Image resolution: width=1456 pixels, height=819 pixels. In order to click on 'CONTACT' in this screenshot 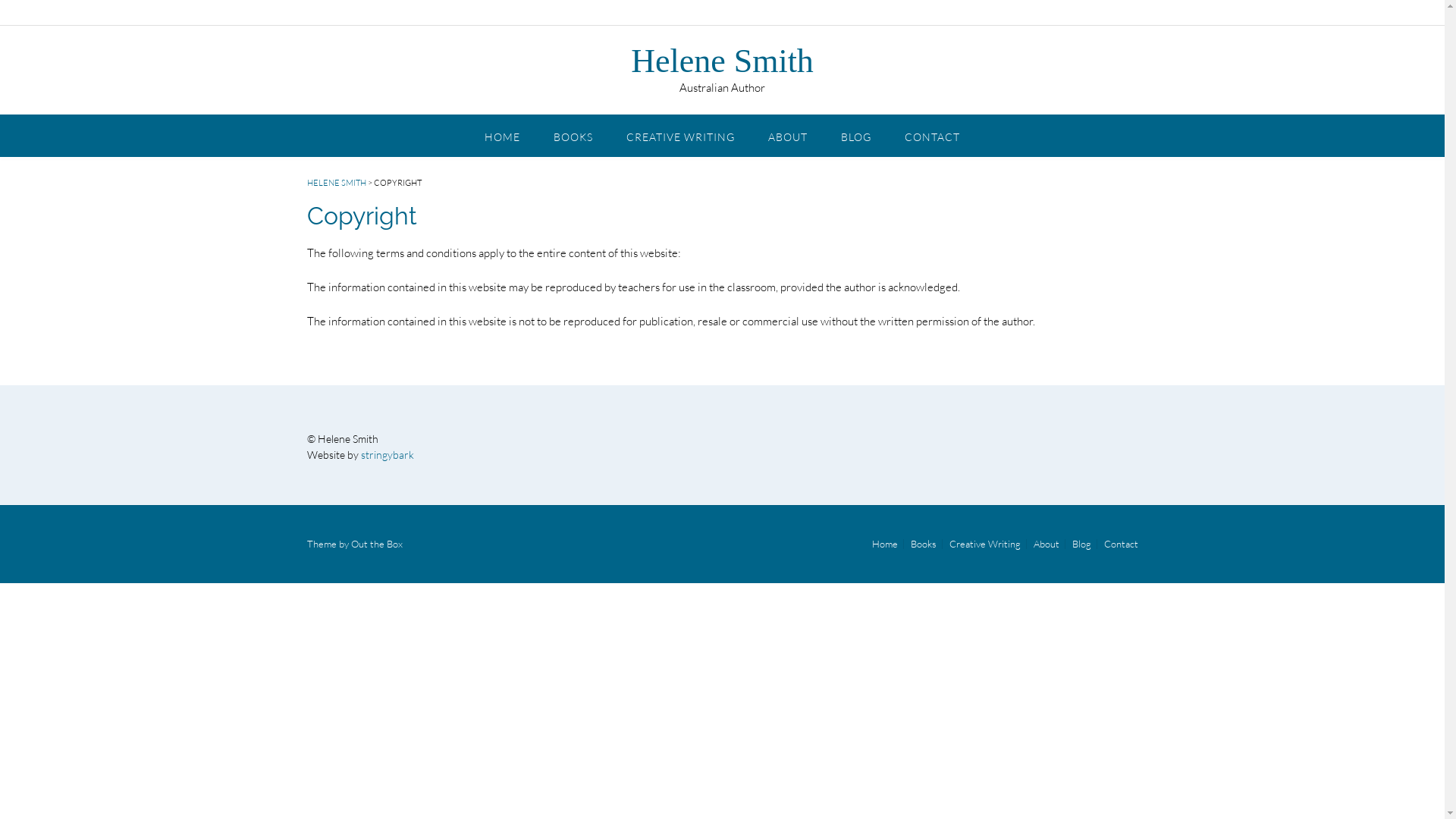, I will do `click(931, 133)`.